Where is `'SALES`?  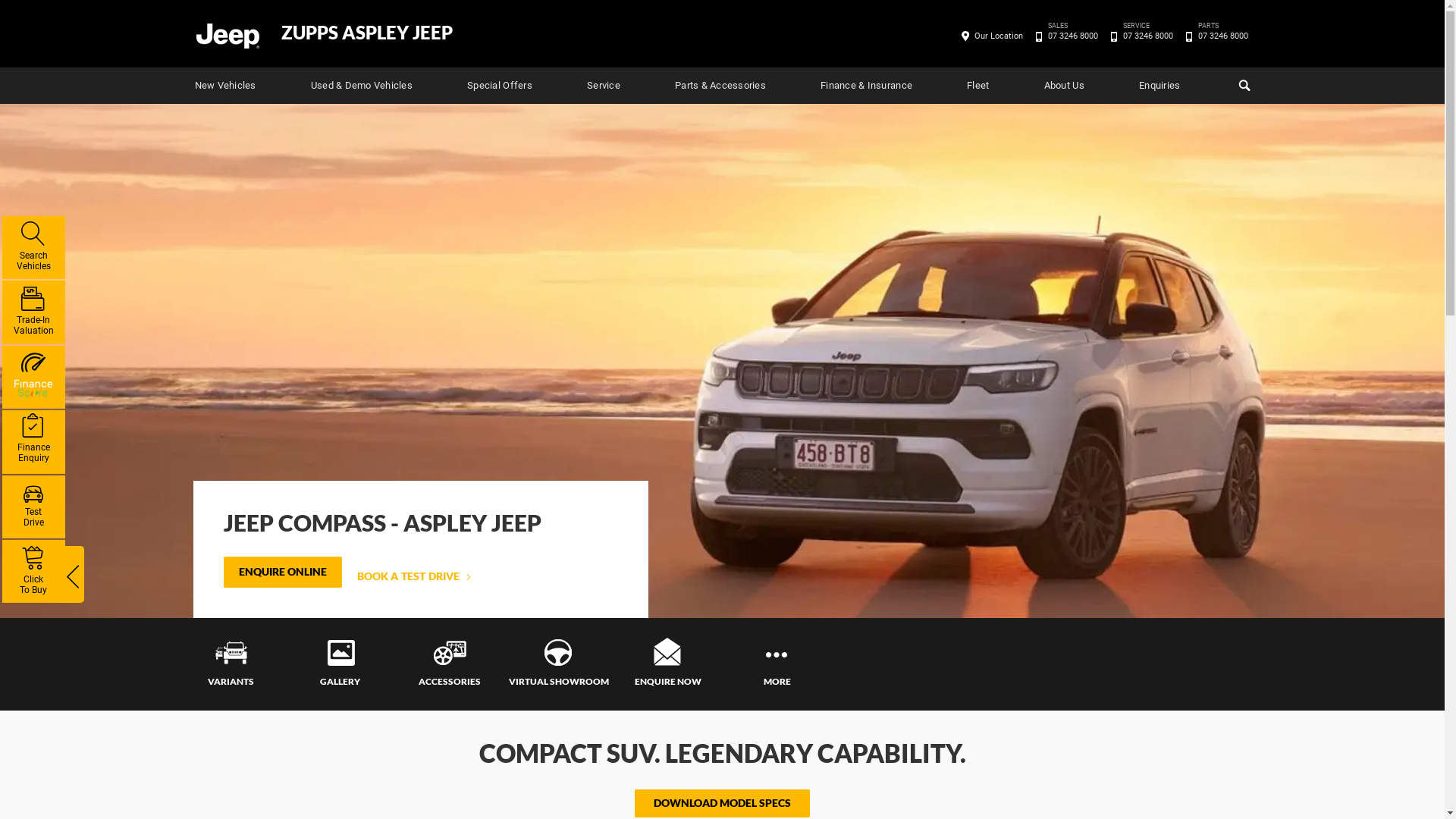 'SALES is located at coordinates (1072, 35).